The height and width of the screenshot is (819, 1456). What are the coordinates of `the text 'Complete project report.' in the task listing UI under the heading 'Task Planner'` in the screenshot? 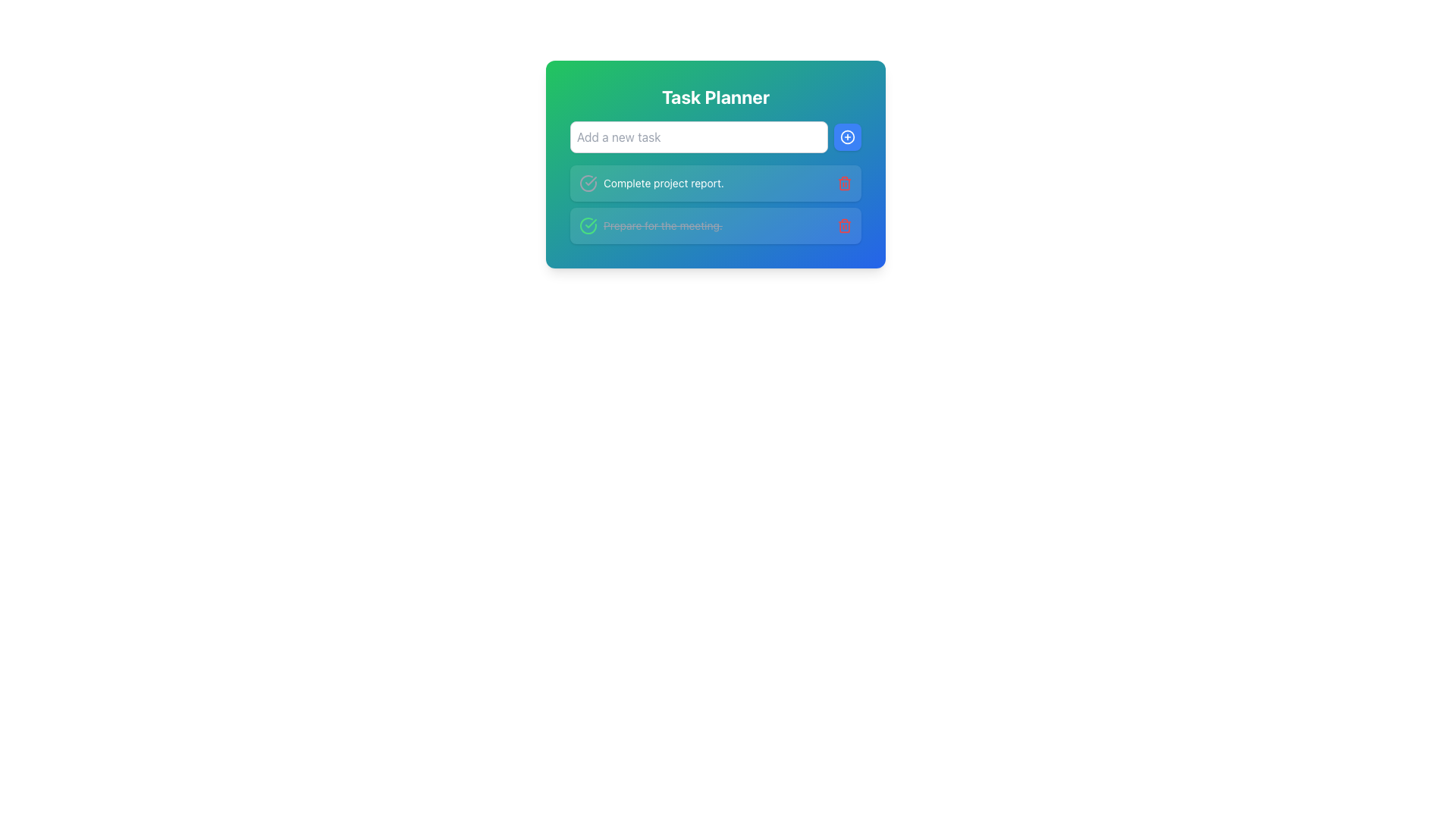 It's located at (651, 183).